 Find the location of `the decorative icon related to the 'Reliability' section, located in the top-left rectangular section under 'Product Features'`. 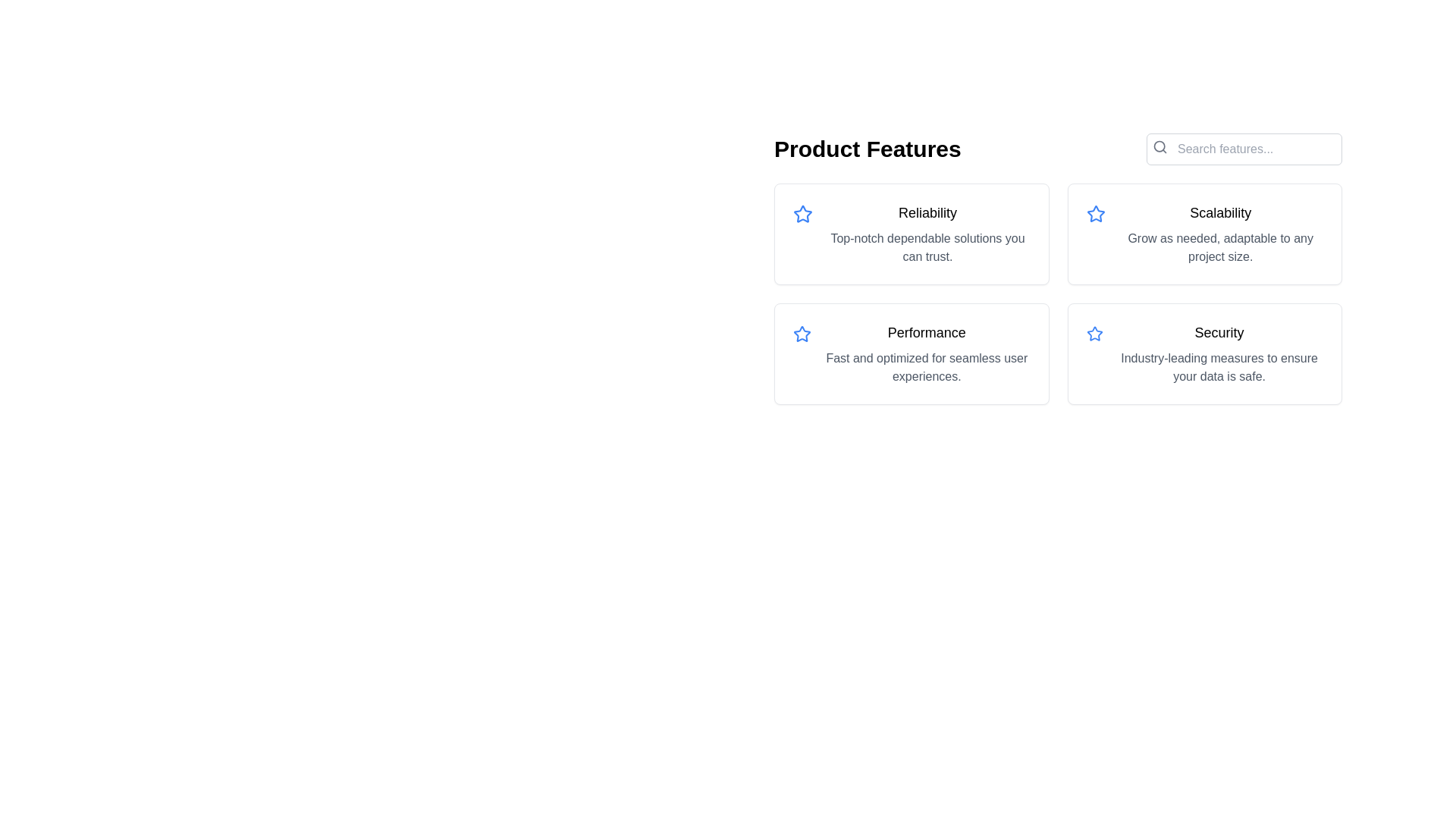

the decorative icon related to the 'Reliability' section, located in the top-left rectangular section under 'Product Features' is located at coordinates (802, 214).